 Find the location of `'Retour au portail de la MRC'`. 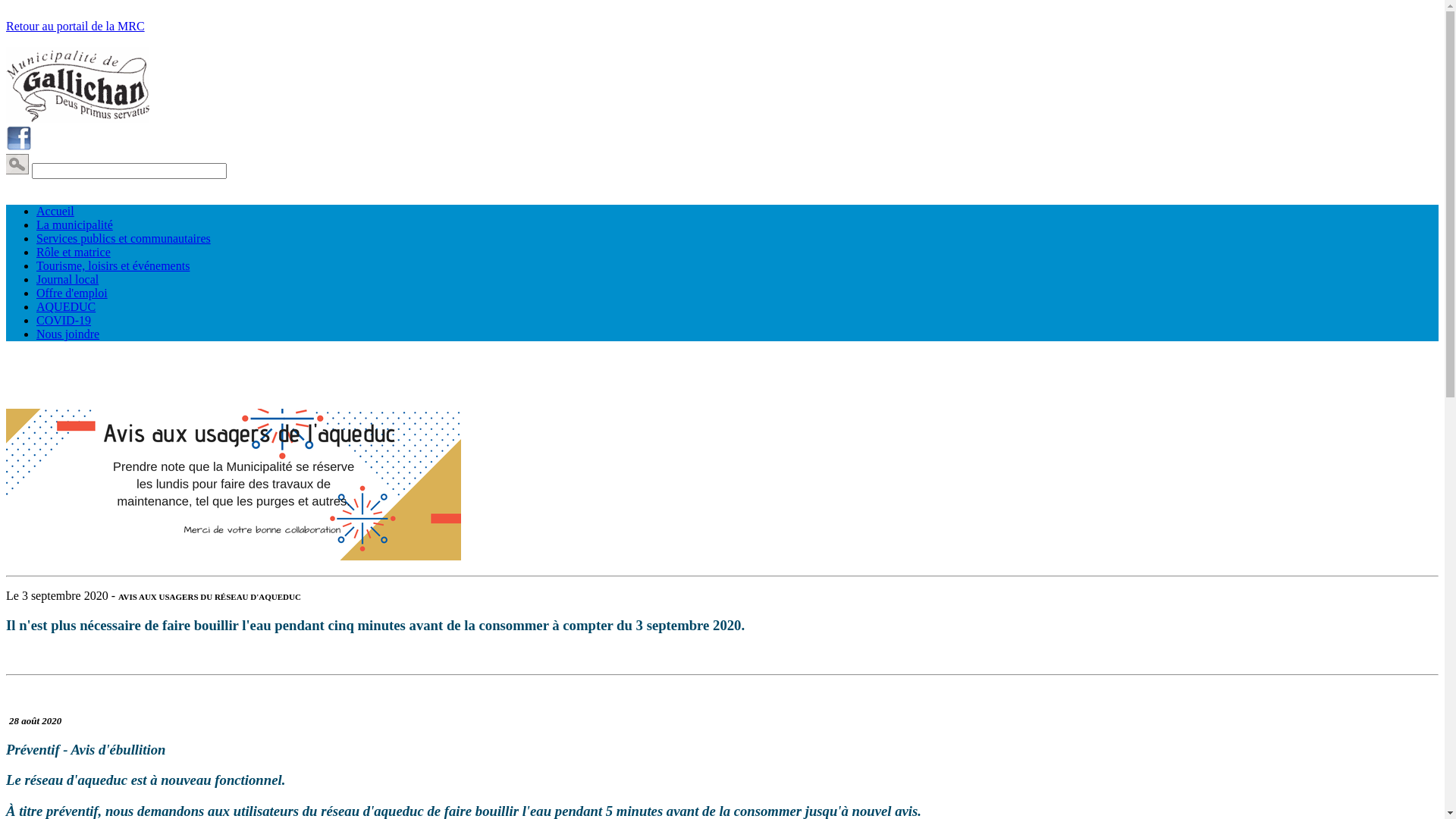

'Retour au portail de la MRC' is located at coordinates (74, 26).